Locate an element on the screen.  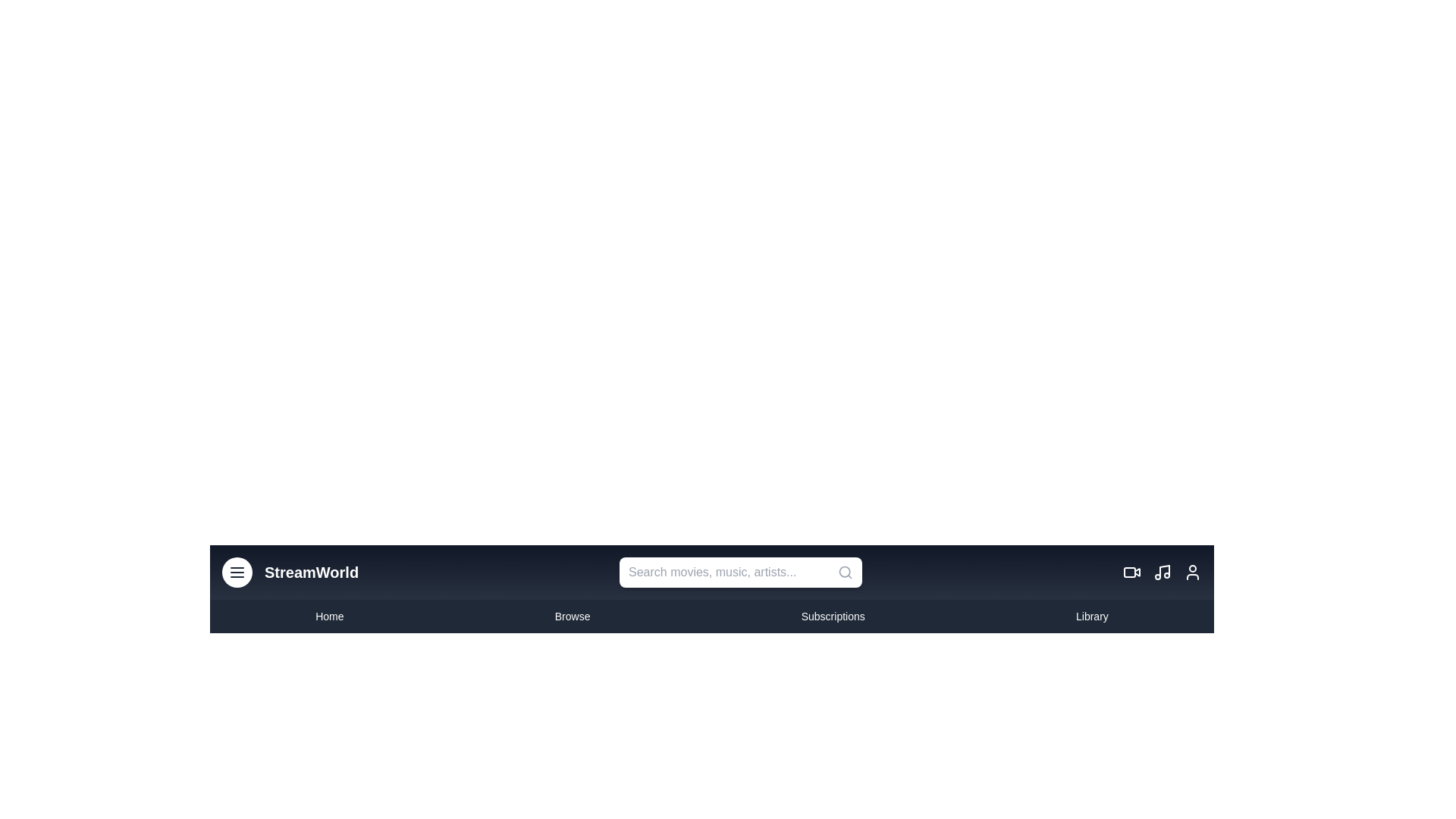
menu toggle button to toggle the menu visibility is located at coordinates (236, 573).